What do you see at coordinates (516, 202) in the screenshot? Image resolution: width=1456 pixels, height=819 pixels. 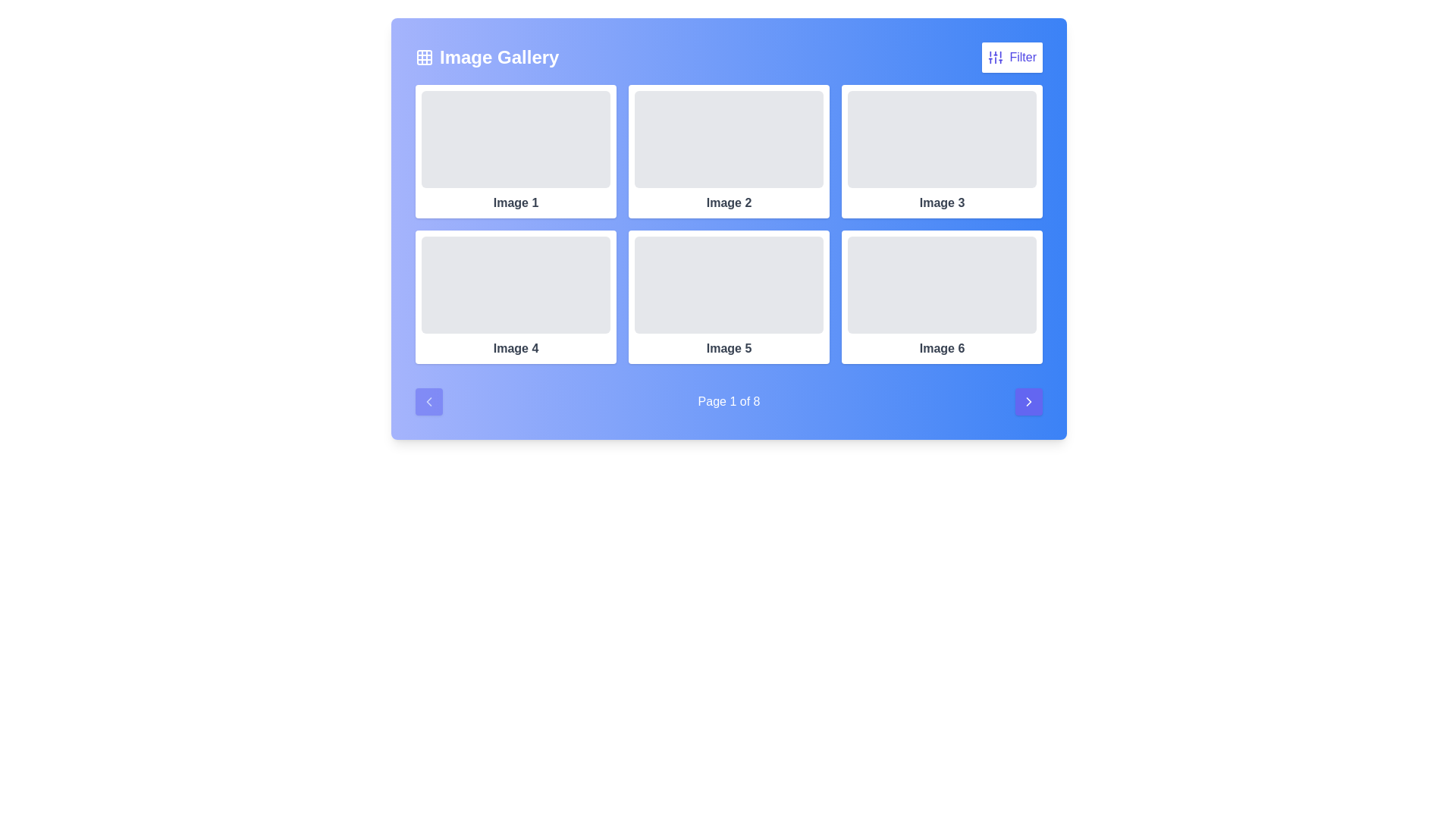 I see `the Text label that identifies the image placeholder in the first item of the gallery grid` at bounding box center [516, 202].